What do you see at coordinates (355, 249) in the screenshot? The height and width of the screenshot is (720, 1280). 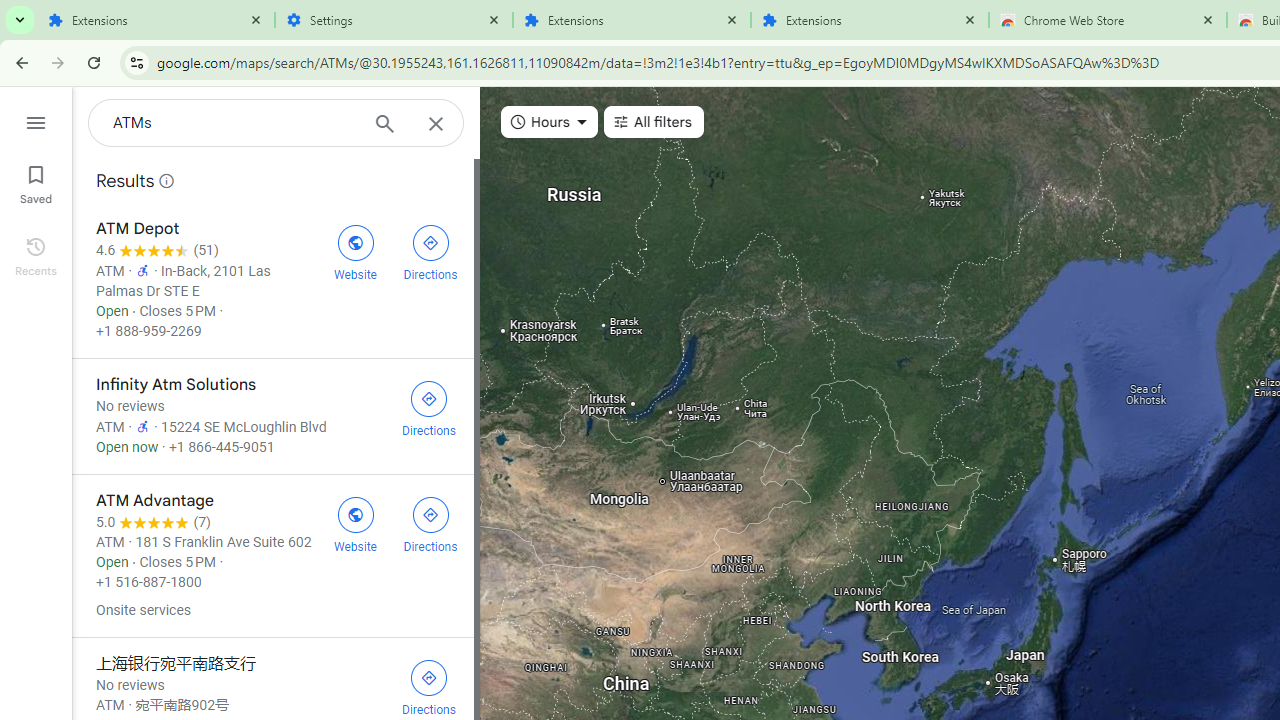 I see `'Visit ATM Depot'` at bounding box center [355, 249].